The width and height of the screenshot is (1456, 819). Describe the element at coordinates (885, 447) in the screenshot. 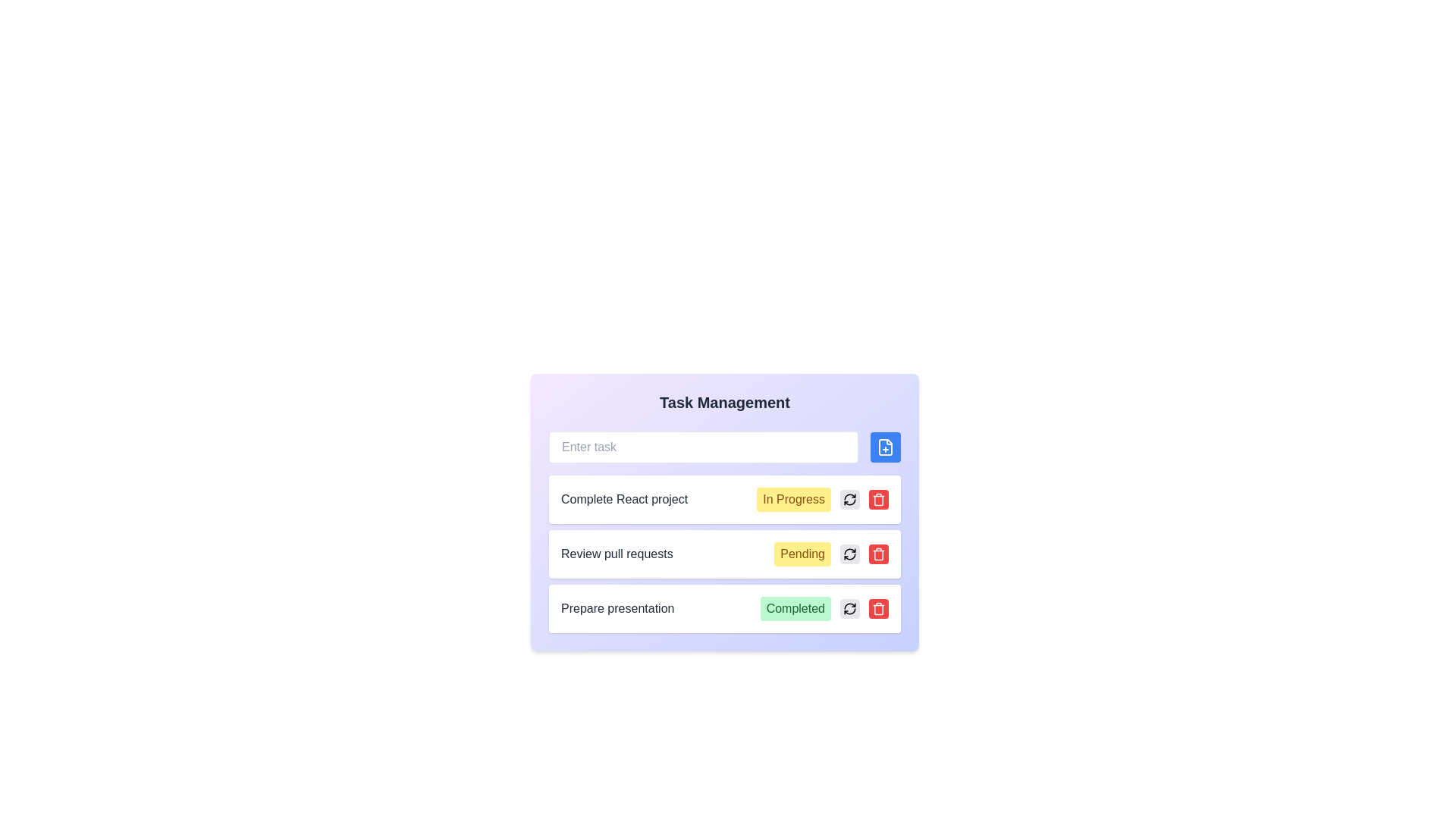

I see `the file-related icon positioned at the top-right section of the button located to the right of the input field in the Task Management interface` at that location.